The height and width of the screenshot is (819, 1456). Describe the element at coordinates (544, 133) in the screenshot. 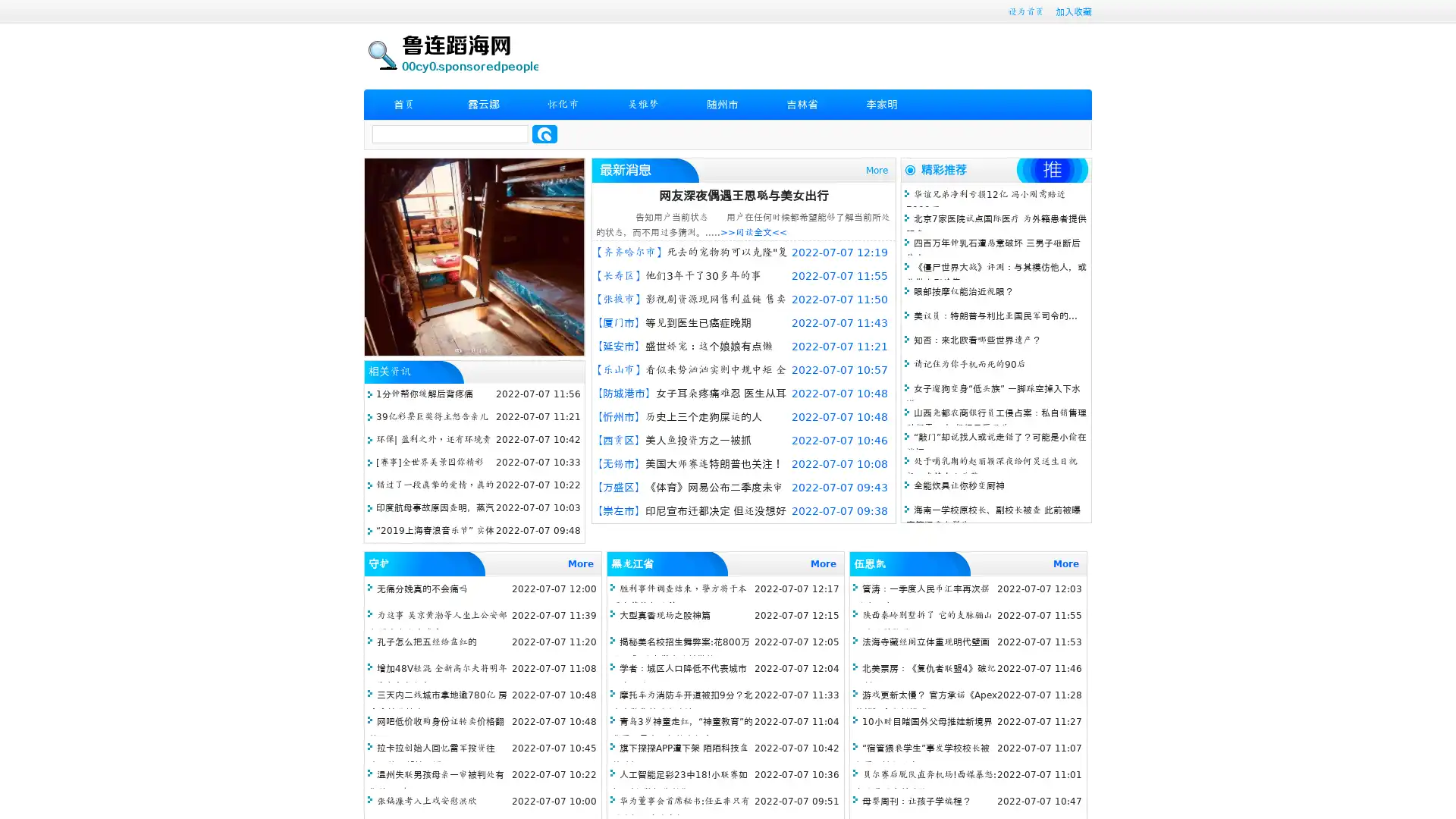

I see `Search` at that location.